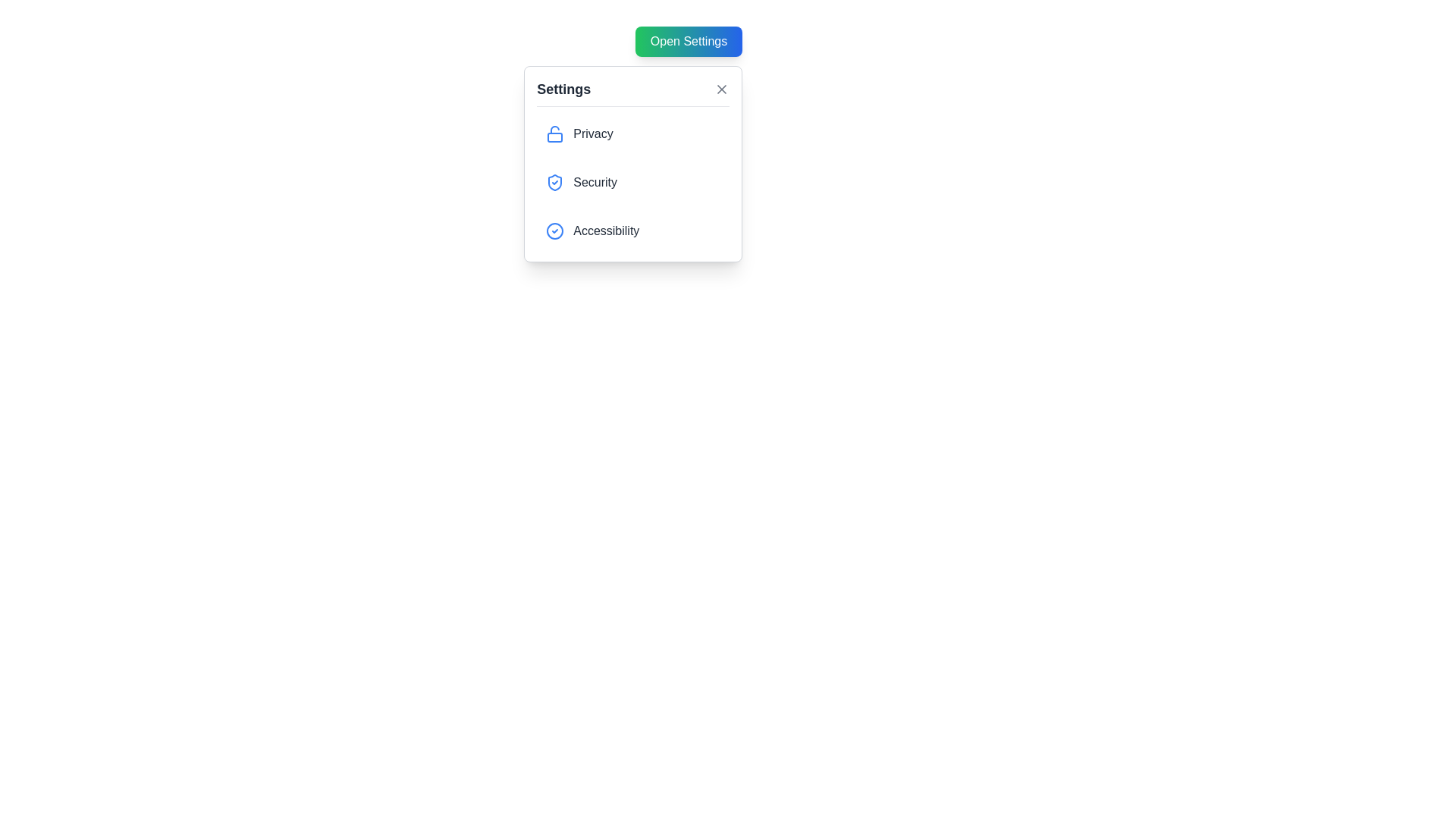 This screenshot has height=819, width=1456. Describe the element at coordinates (721, 89) in the screenshot. I see `the close icon (X) located in the top right corner of the 'Settings' modal` at that location.